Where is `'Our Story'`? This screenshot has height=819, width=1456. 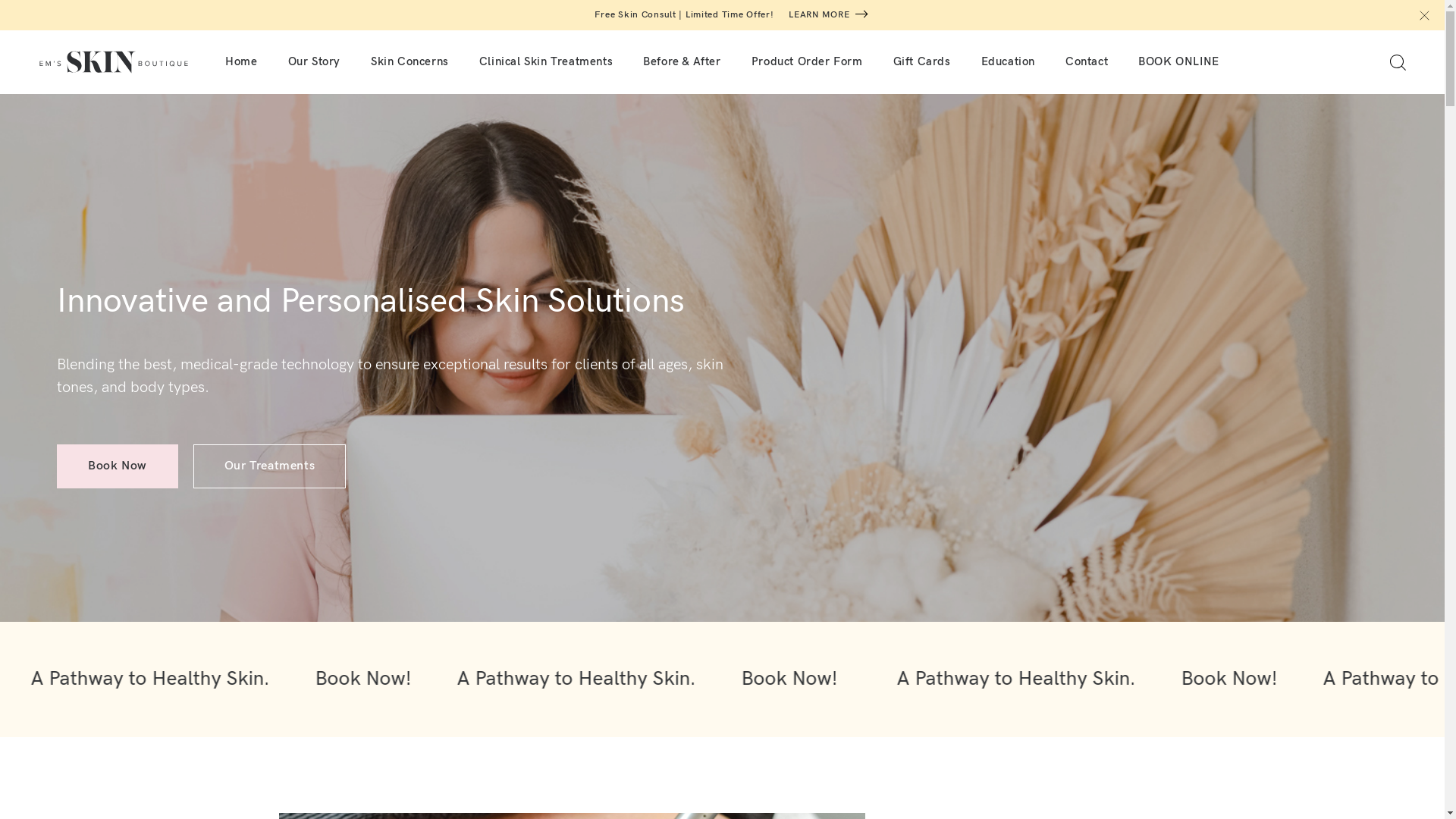
'Our Story' is located at coordinates (313, 61).